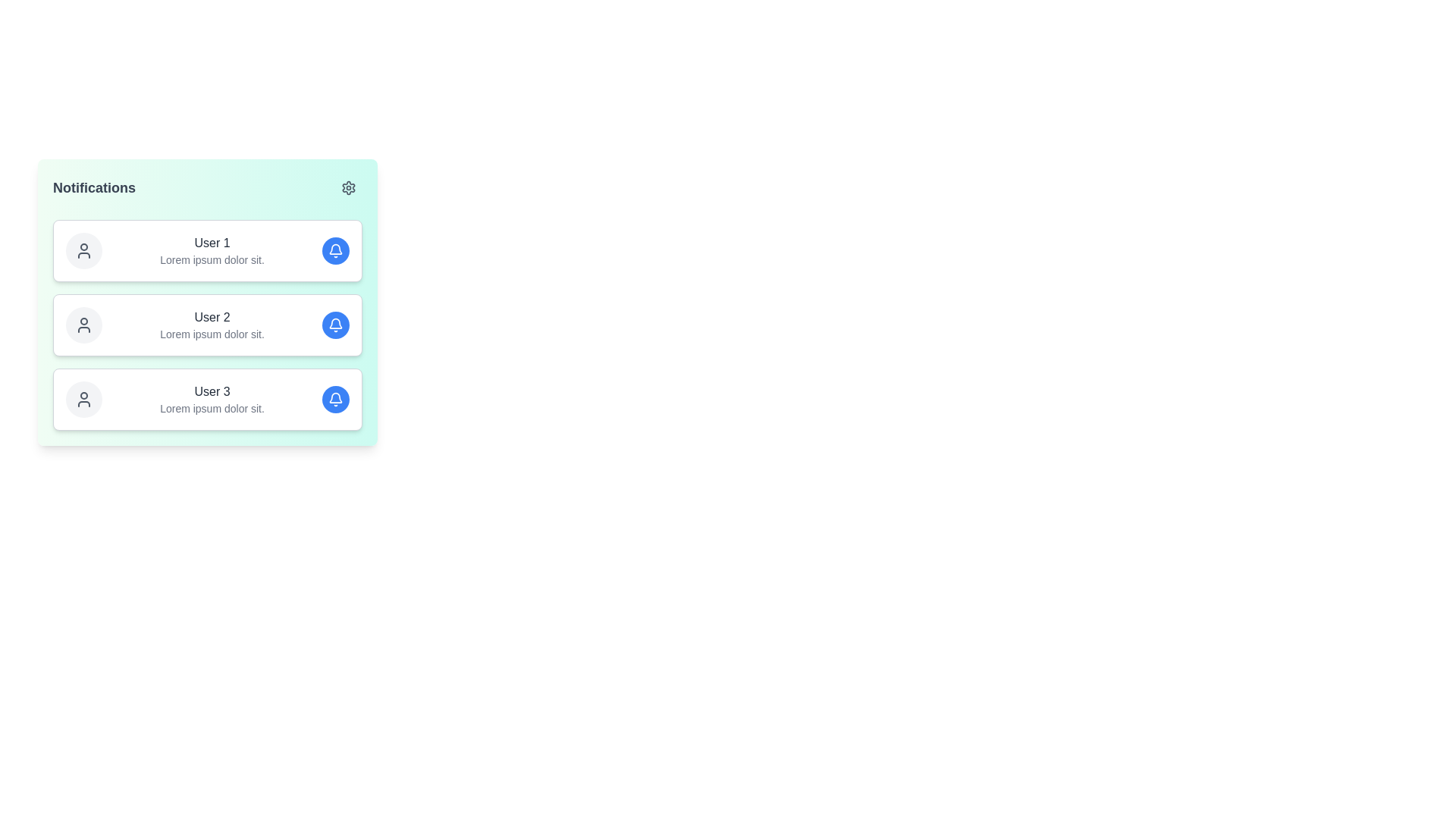 Image resolution: width=1456 pixels, height=819 pixels. What do you see at coordinates (334, 397) in the screenshot?
I see `the icon button for notifications located at the extreme right of the notification card for 'User 3'` at bounding box center [334, 397].